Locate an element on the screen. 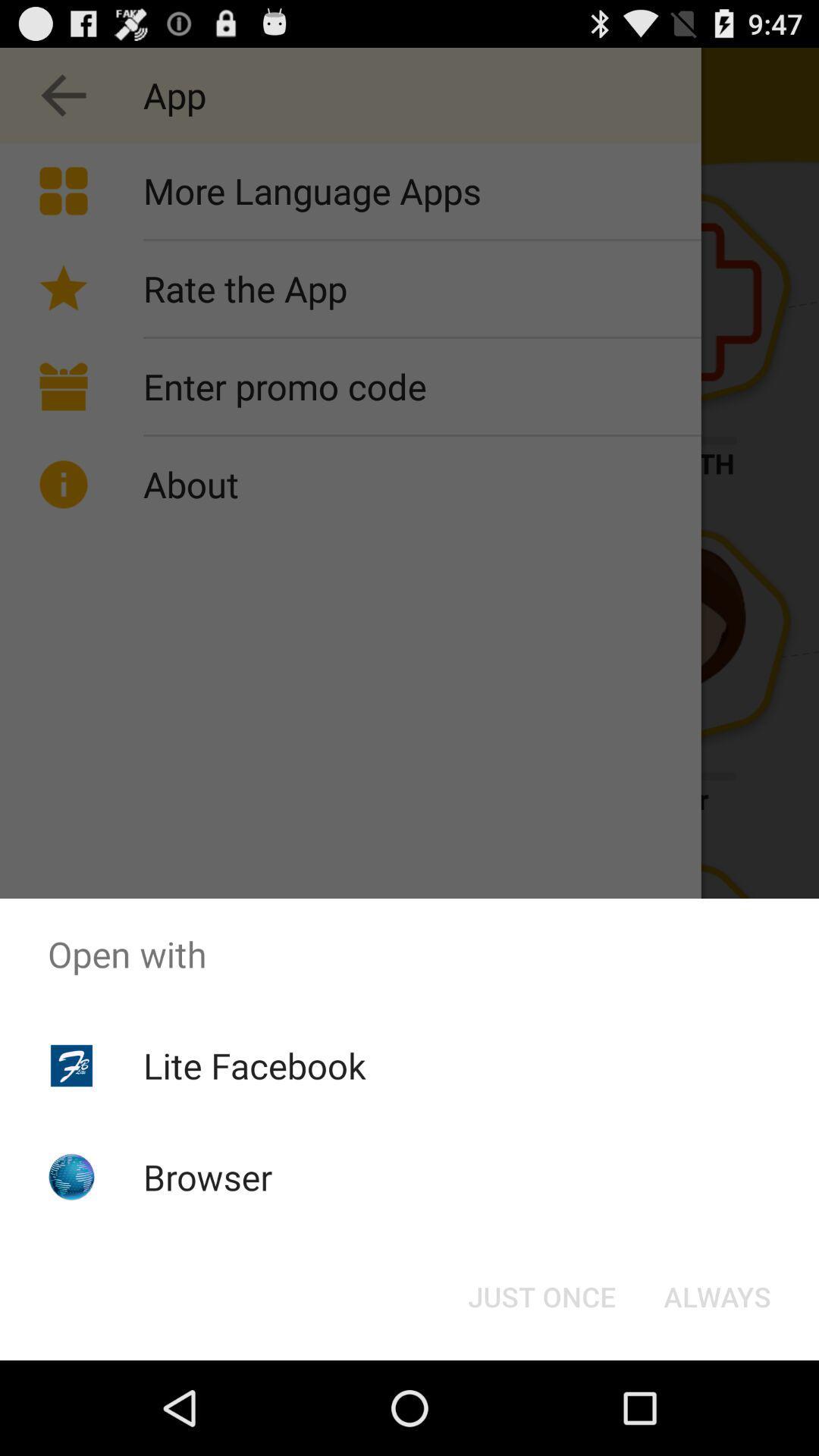 The image size is (819, 1456). the always is located at coordinates (717, 1295).